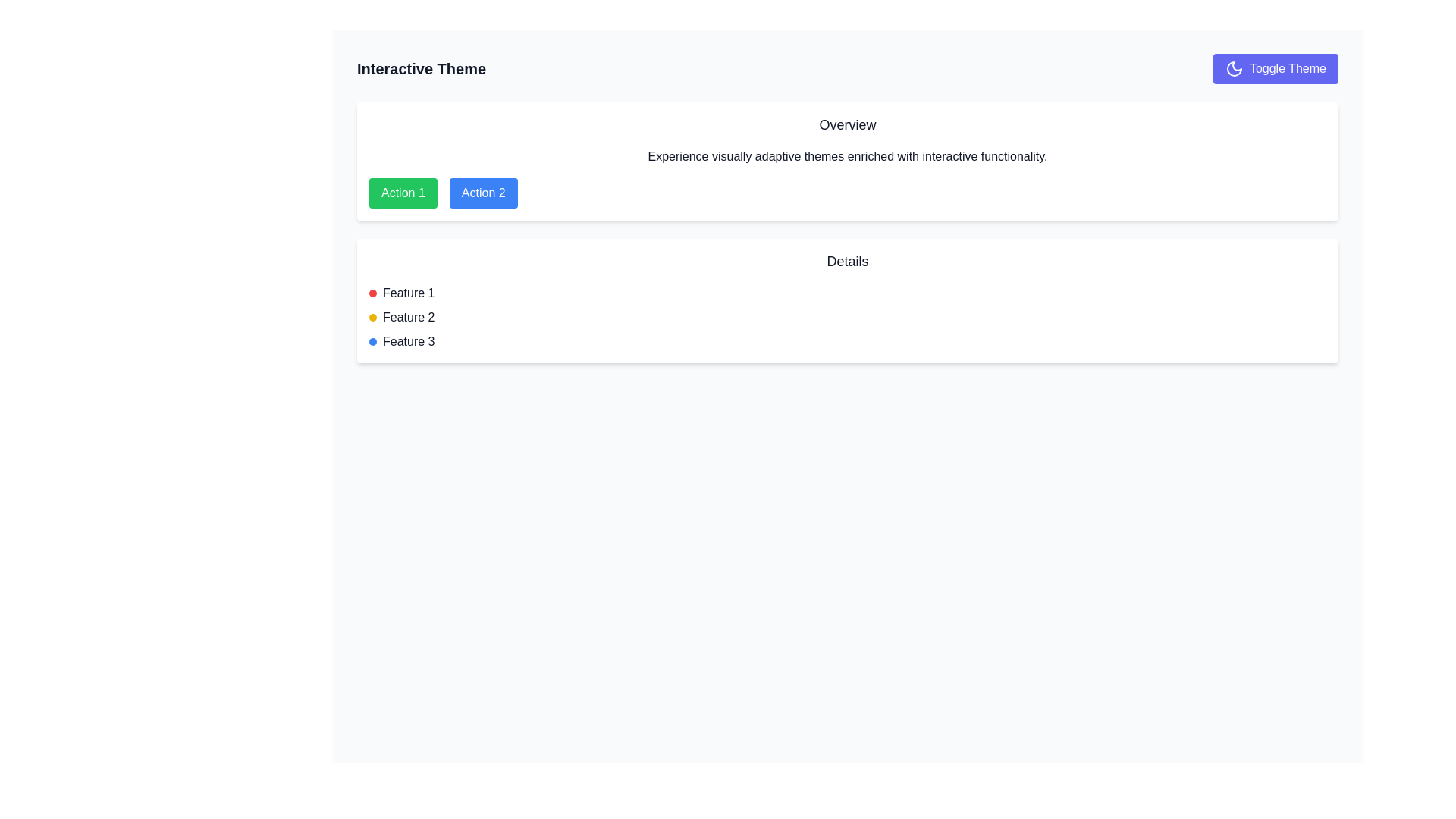 The image size is (1456, 819). I want to click on the theme toggle button located in the top-right corner of the UI, next to the 'Interactive Theme' title, to switch between light and dark modes, so click(1275, 69).